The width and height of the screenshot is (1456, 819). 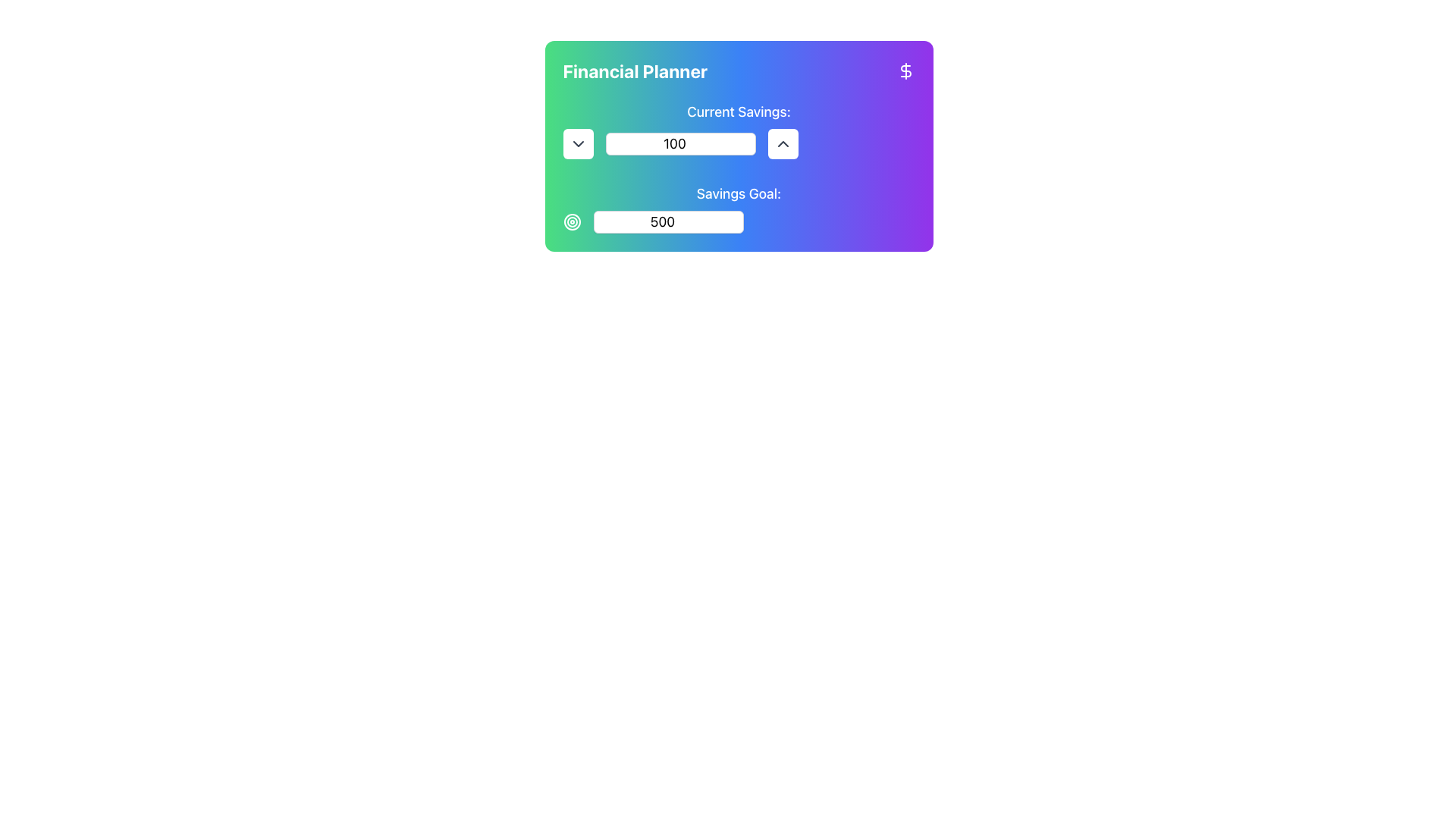 I want to click on the rectangular text input box displaying the numeric value '100' to focus on the input field, so click(x=679, y=143).